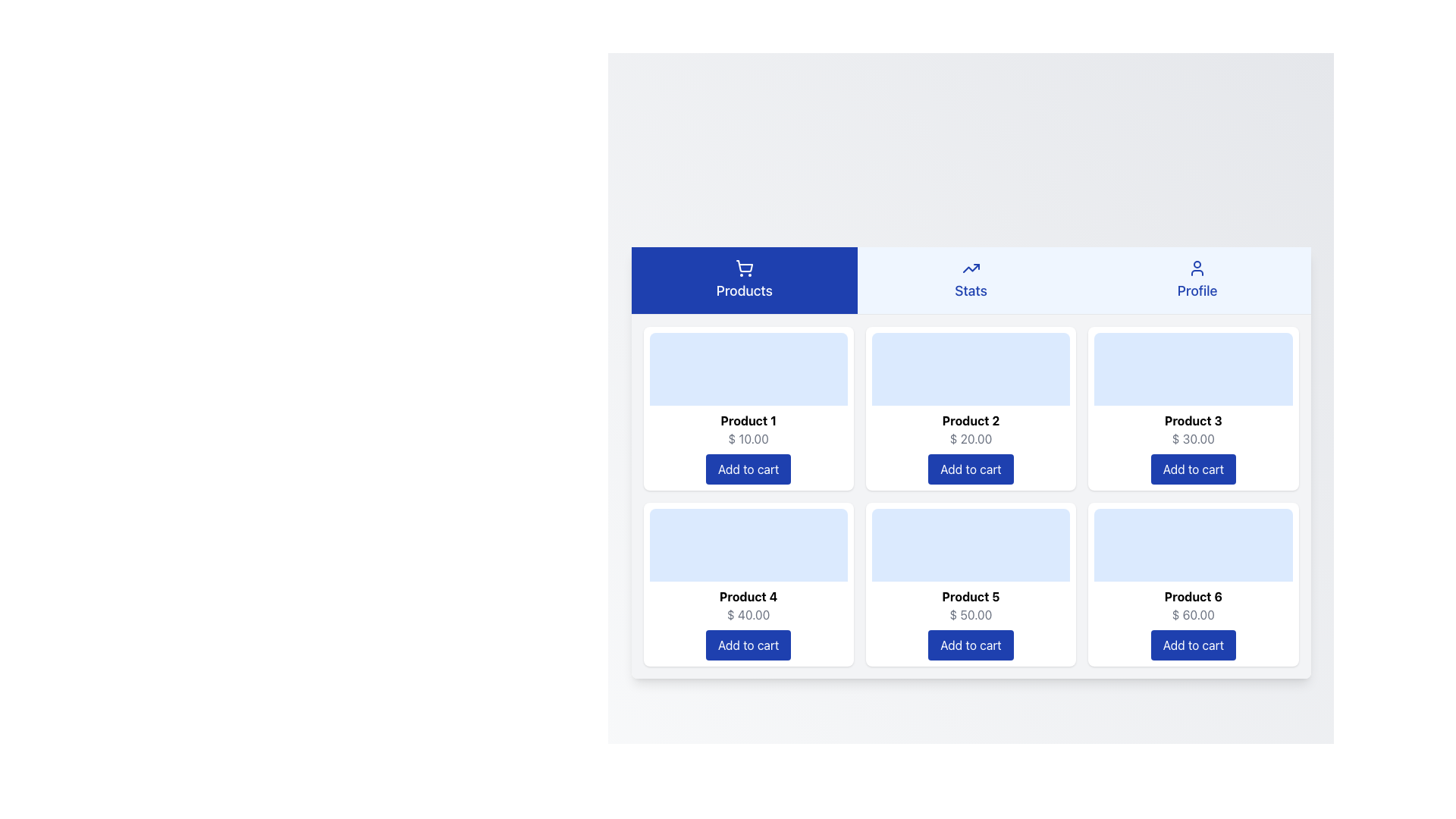 The height and width of the screenshot is (819, 1456). I want to click on the 'Stats' button located in the navigation bar, which has a light blue background and dark blue text with an upward trend arrow icon, so click(971, 280).